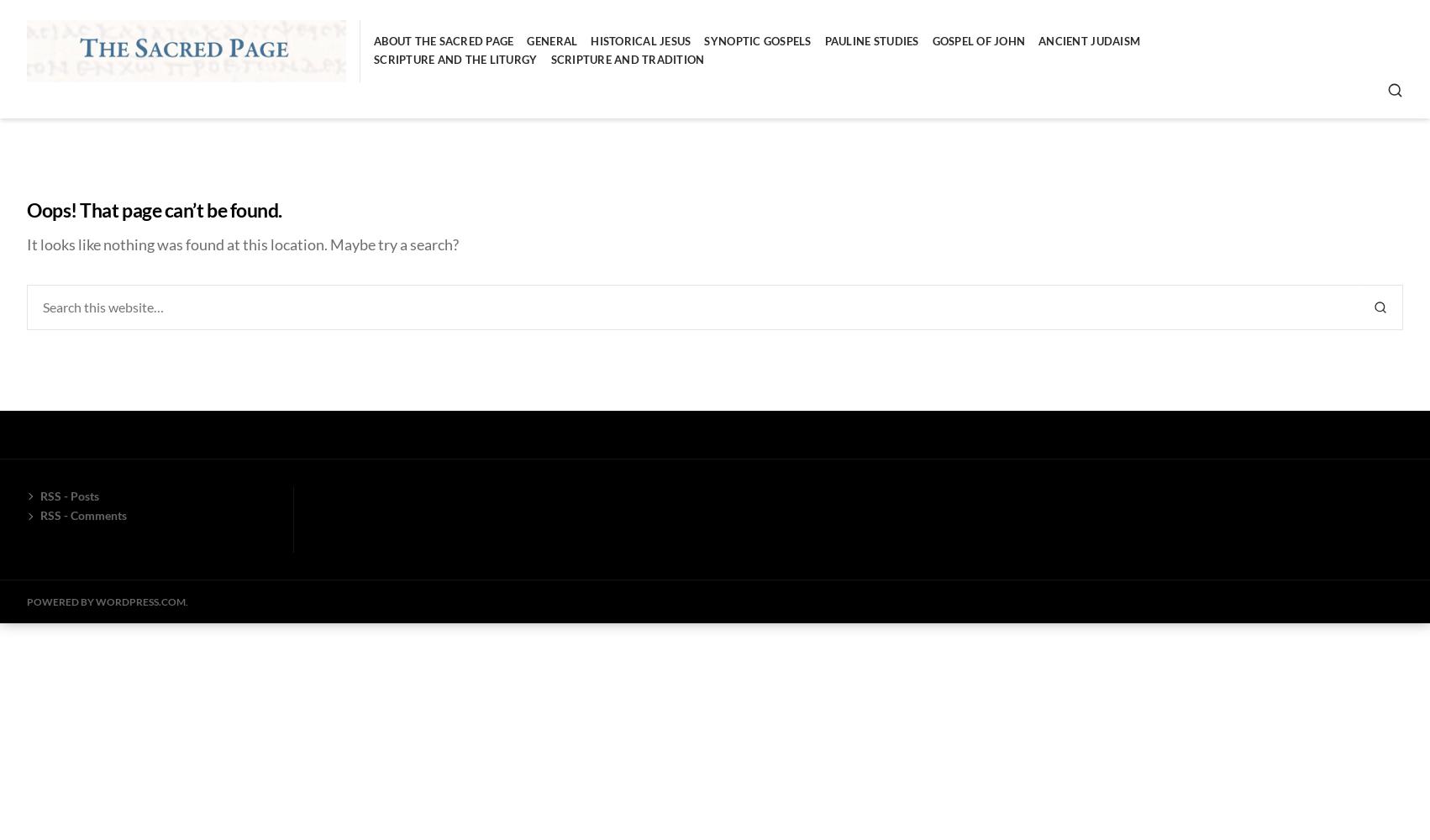 The width and height of the screenshot is (1430, 840). I want to click on '.', so click(186, 600).